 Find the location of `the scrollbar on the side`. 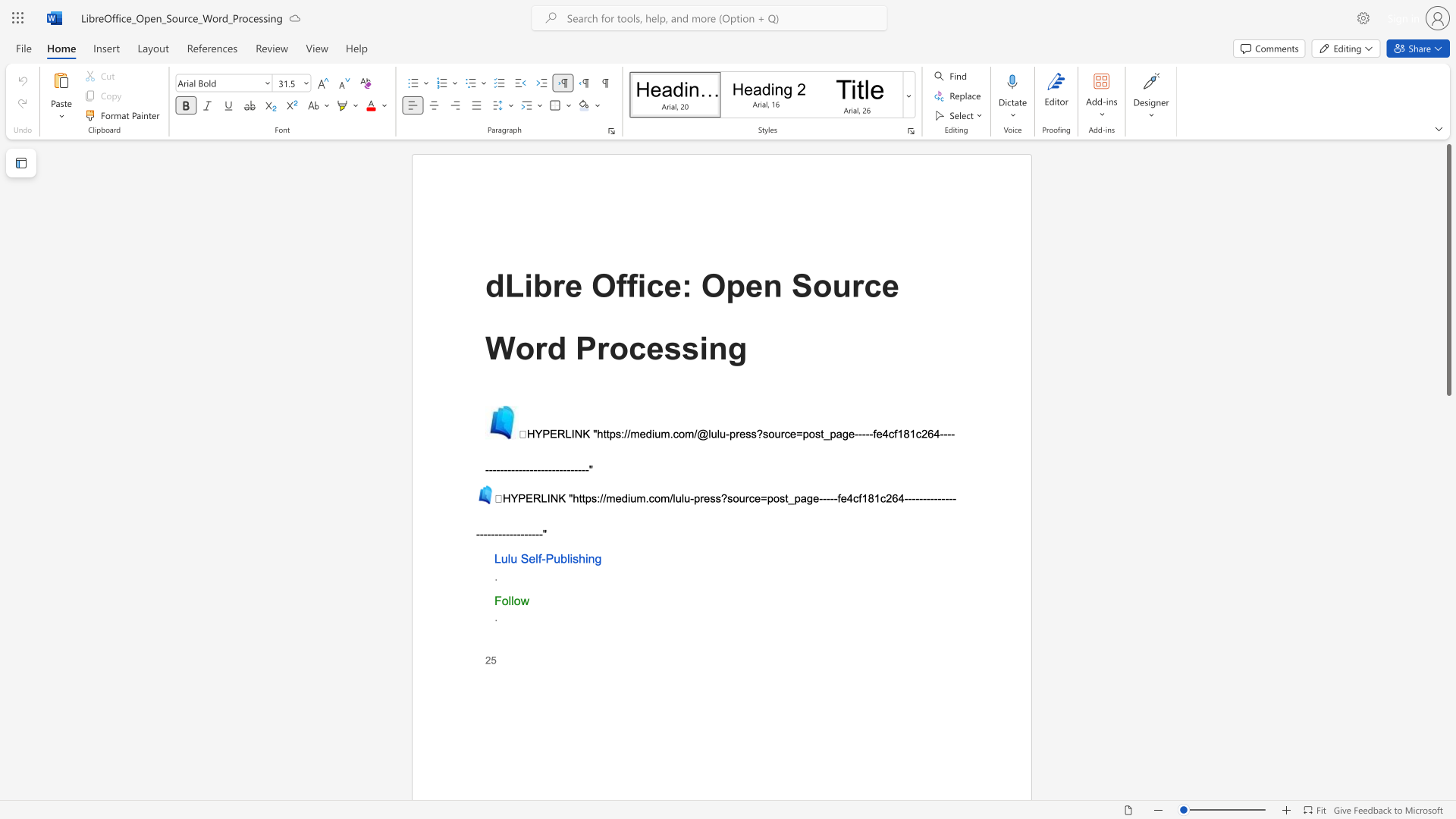

the scrollbar on the side is located at coordinates (1448, 493).